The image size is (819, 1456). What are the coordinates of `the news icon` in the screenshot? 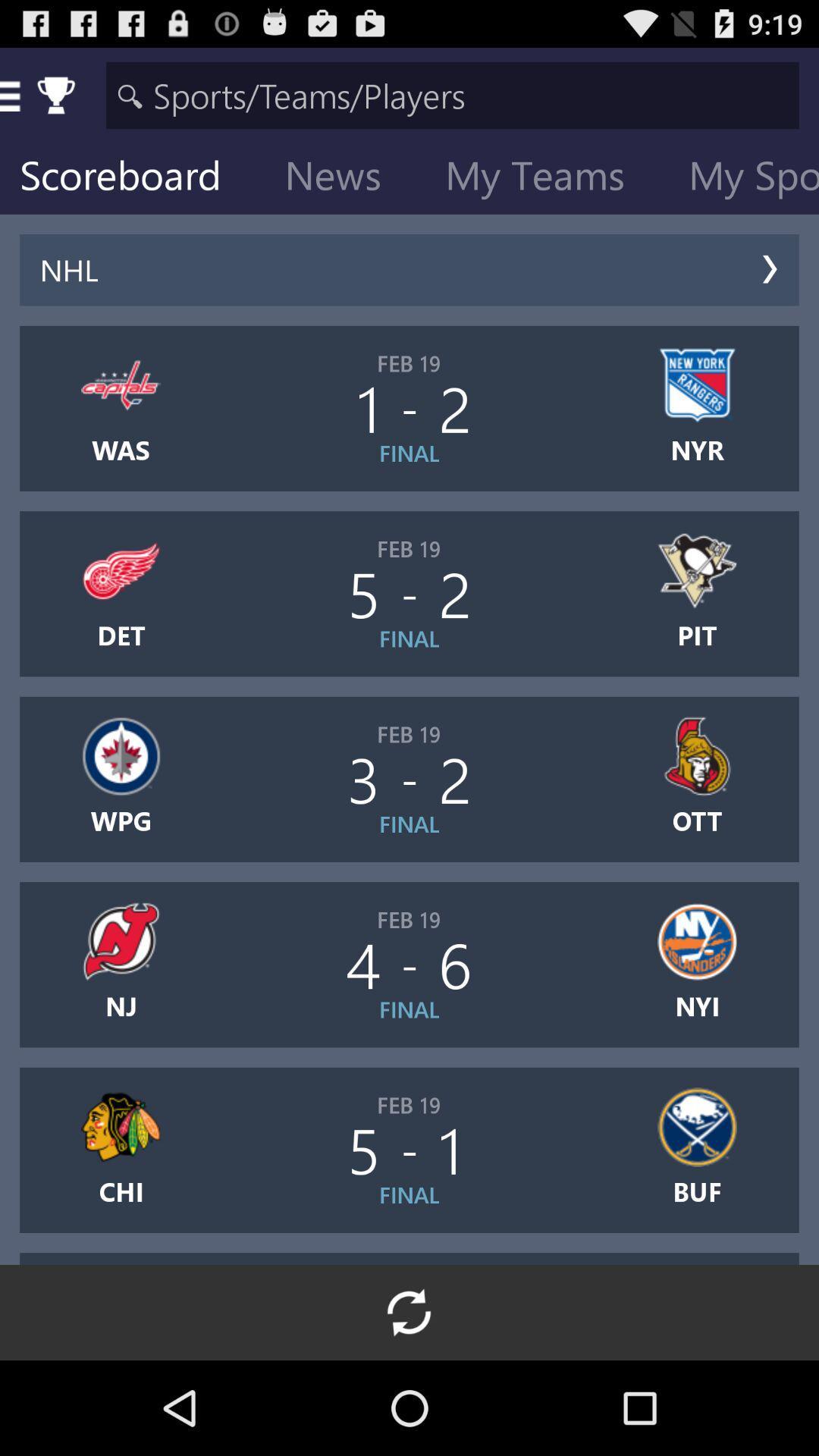 It's located at (345, 178).